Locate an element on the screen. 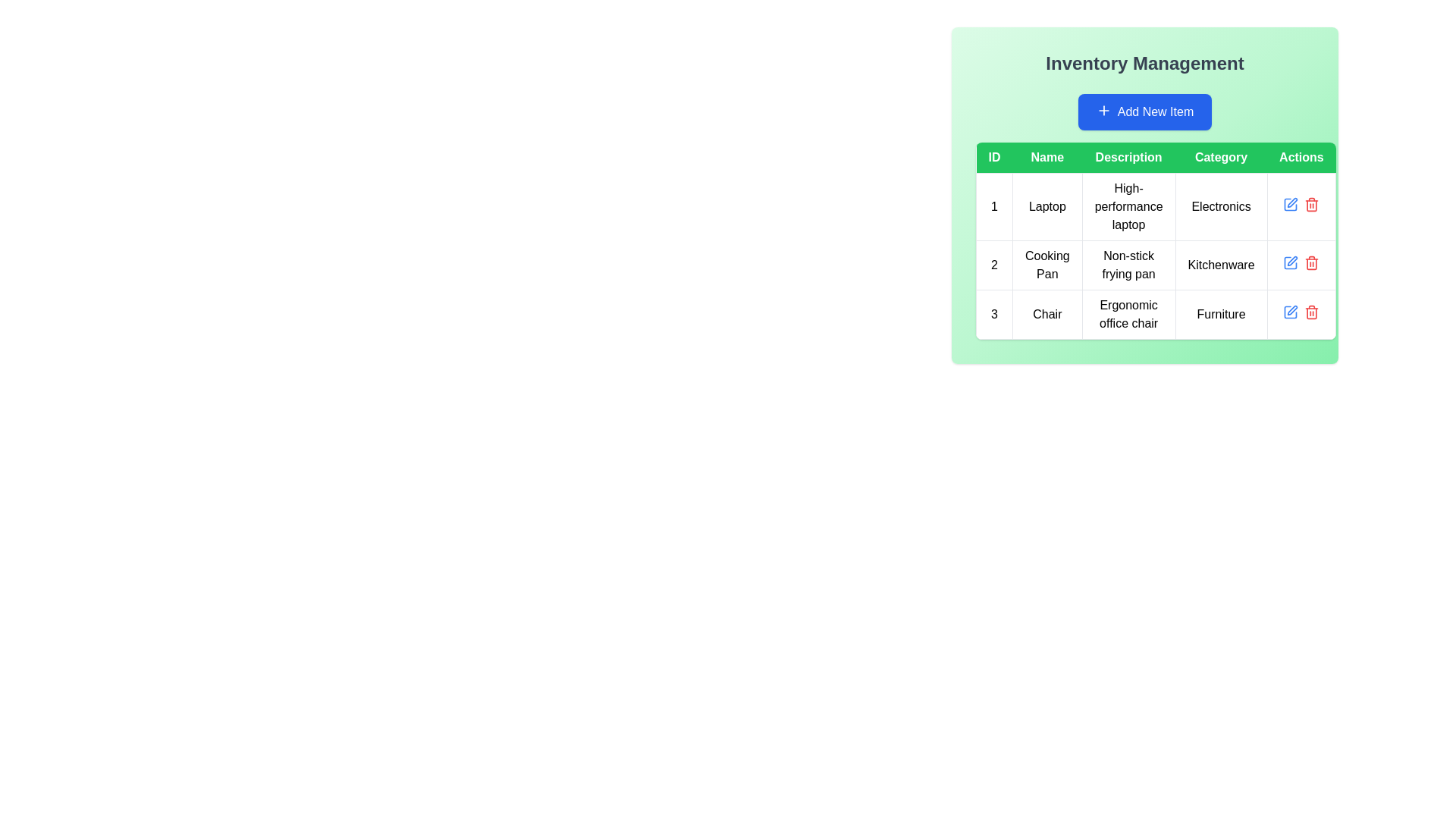  the editing icon resembling a pen in the third row of the 'Actions' column for the 'Chair' entry to initiate editing is located at coordinates (1291, 201).